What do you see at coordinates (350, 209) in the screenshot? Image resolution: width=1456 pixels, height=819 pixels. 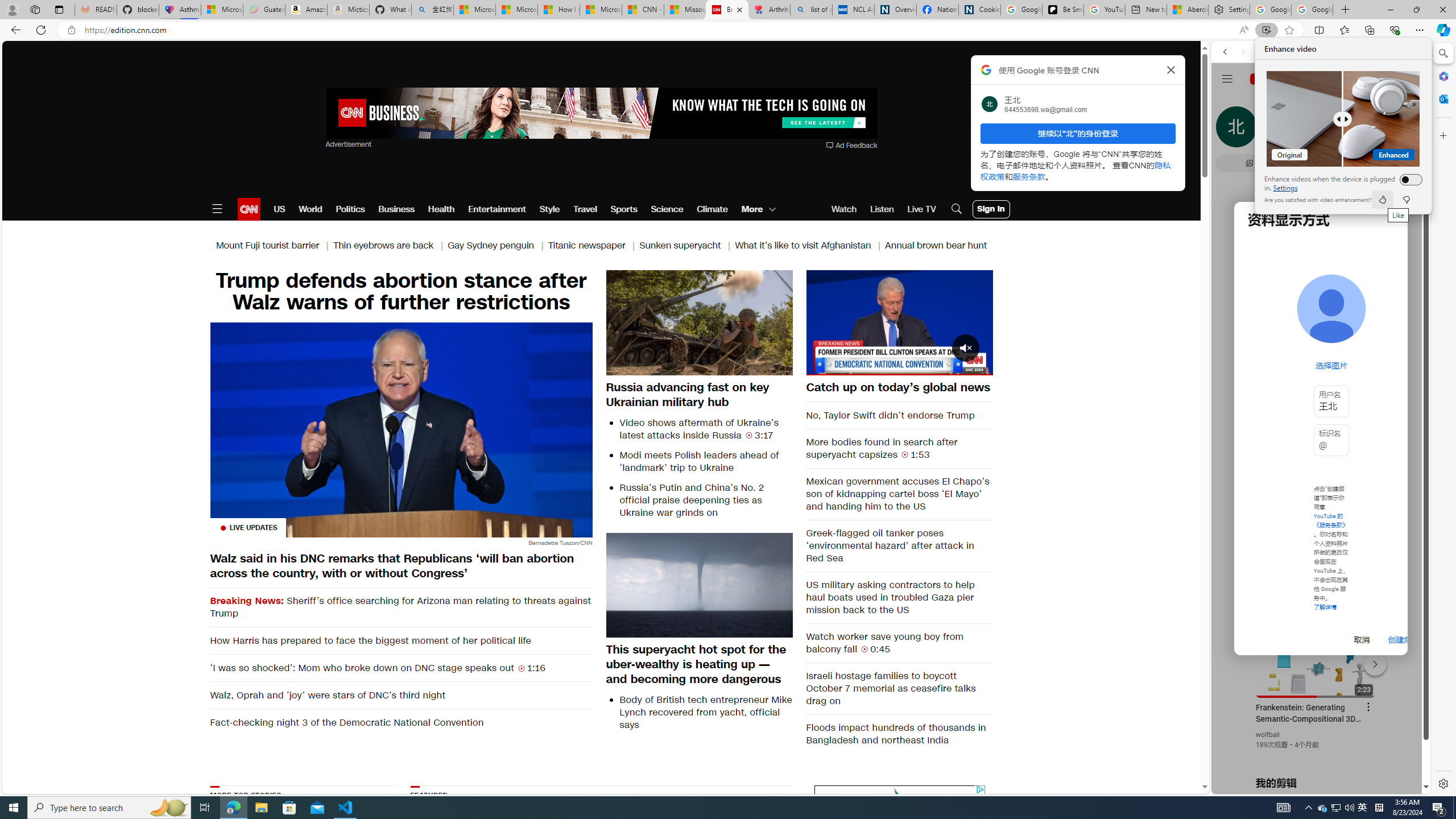 I see `'Politics'` at bounding box center [350, 209].